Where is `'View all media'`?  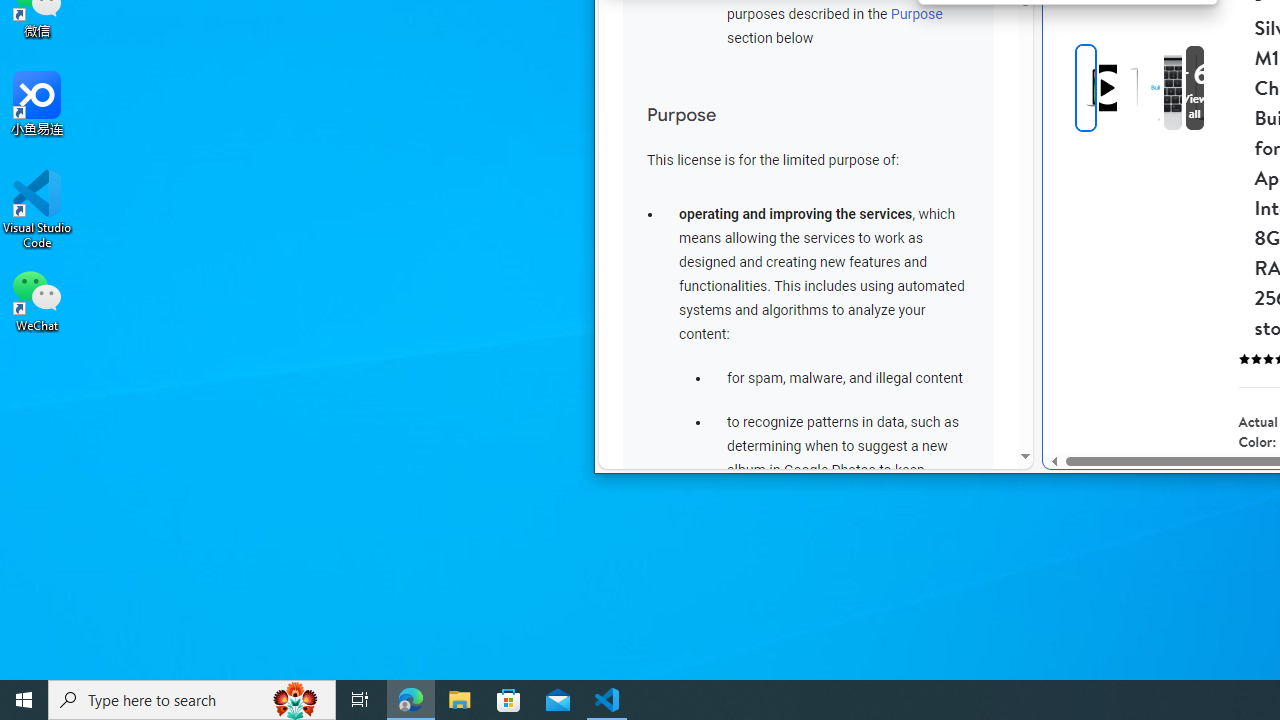
'View all media' is located at coordinates (1226, 87).